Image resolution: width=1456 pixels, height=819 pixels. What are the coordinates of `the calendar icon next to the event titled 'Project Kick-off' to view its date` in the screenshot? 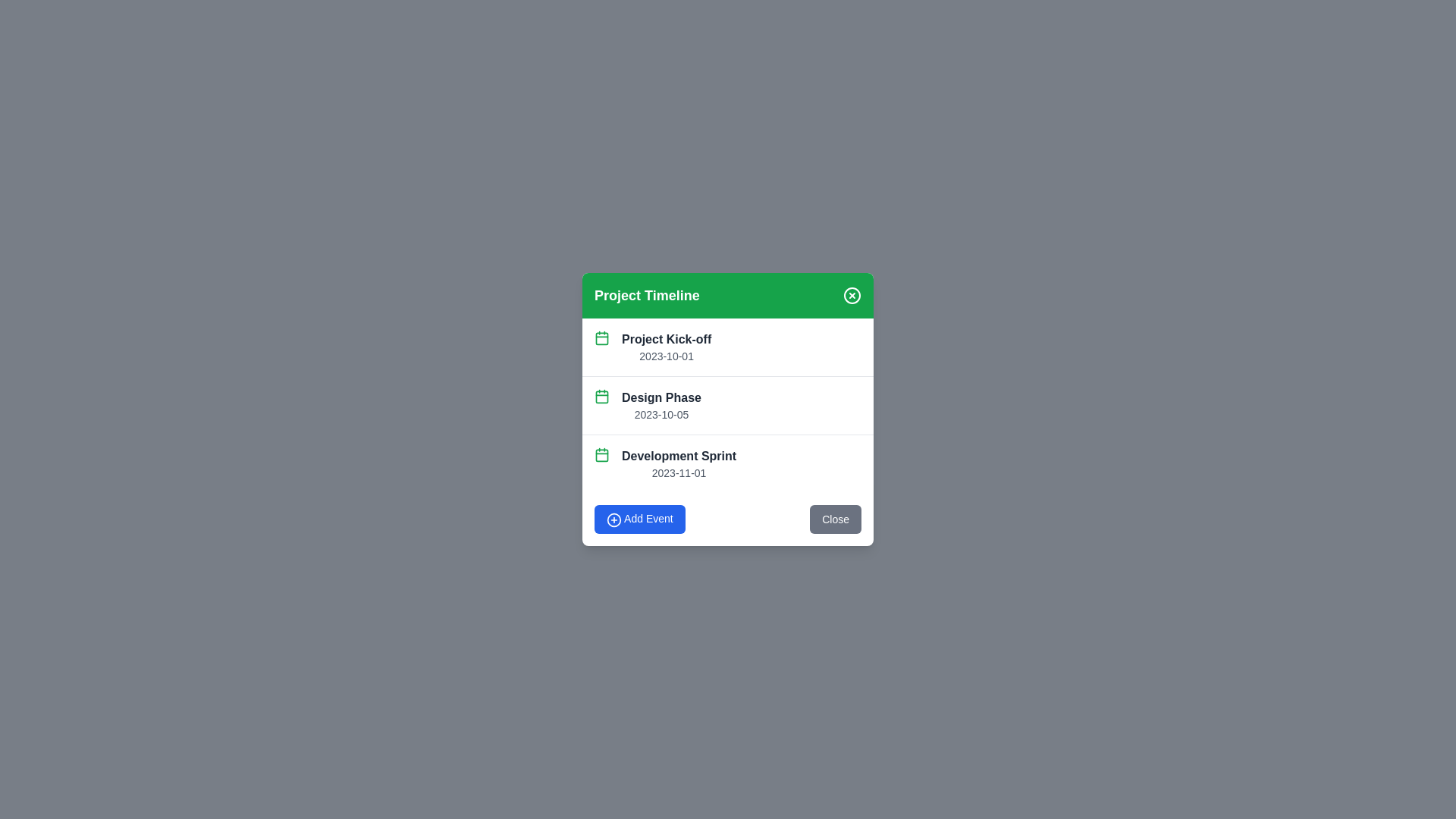 It's located at (601, 337).